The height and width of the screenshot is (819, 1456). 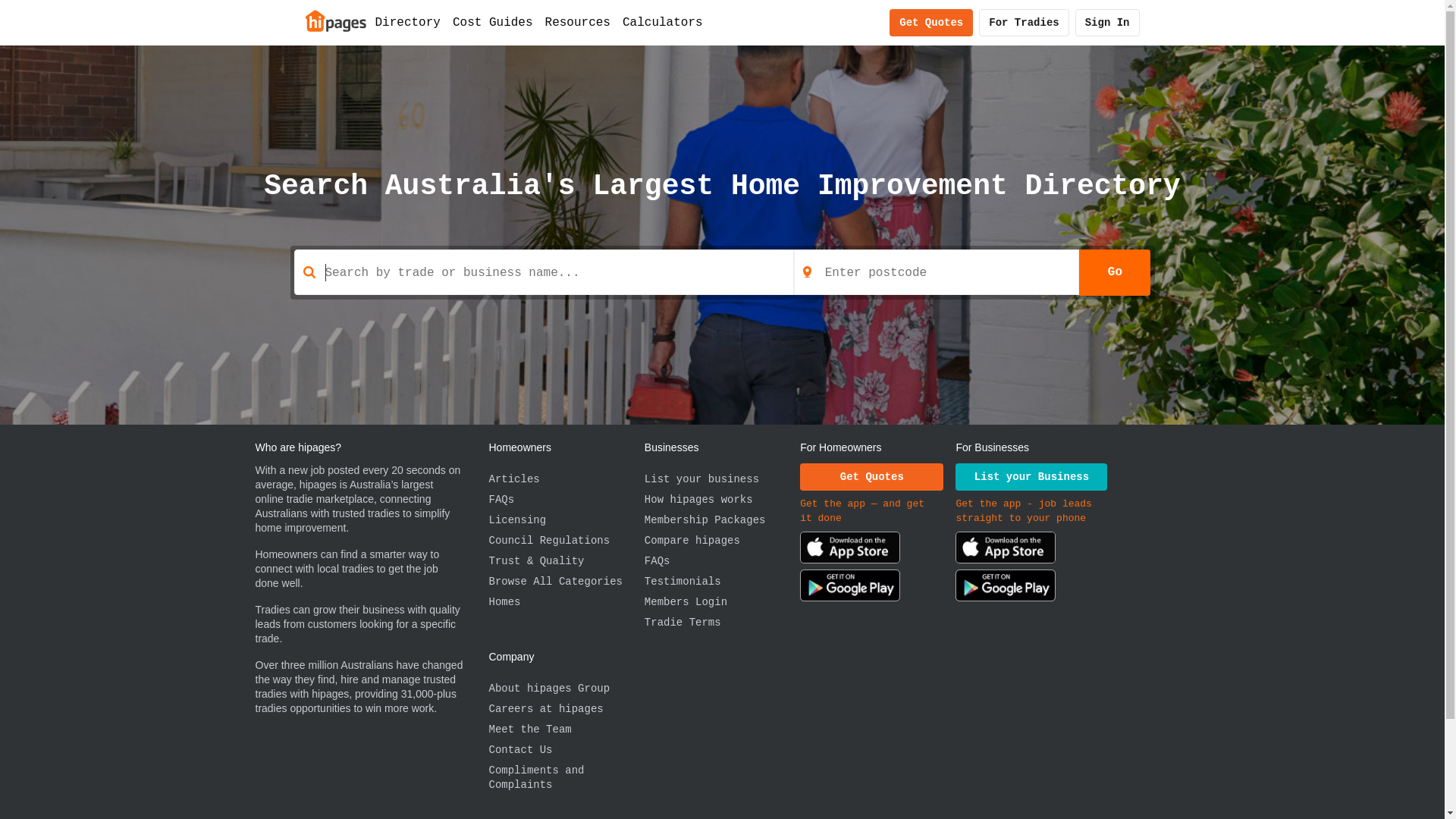 I want to click on 'Membership Packages', so click(x=721, y=519).